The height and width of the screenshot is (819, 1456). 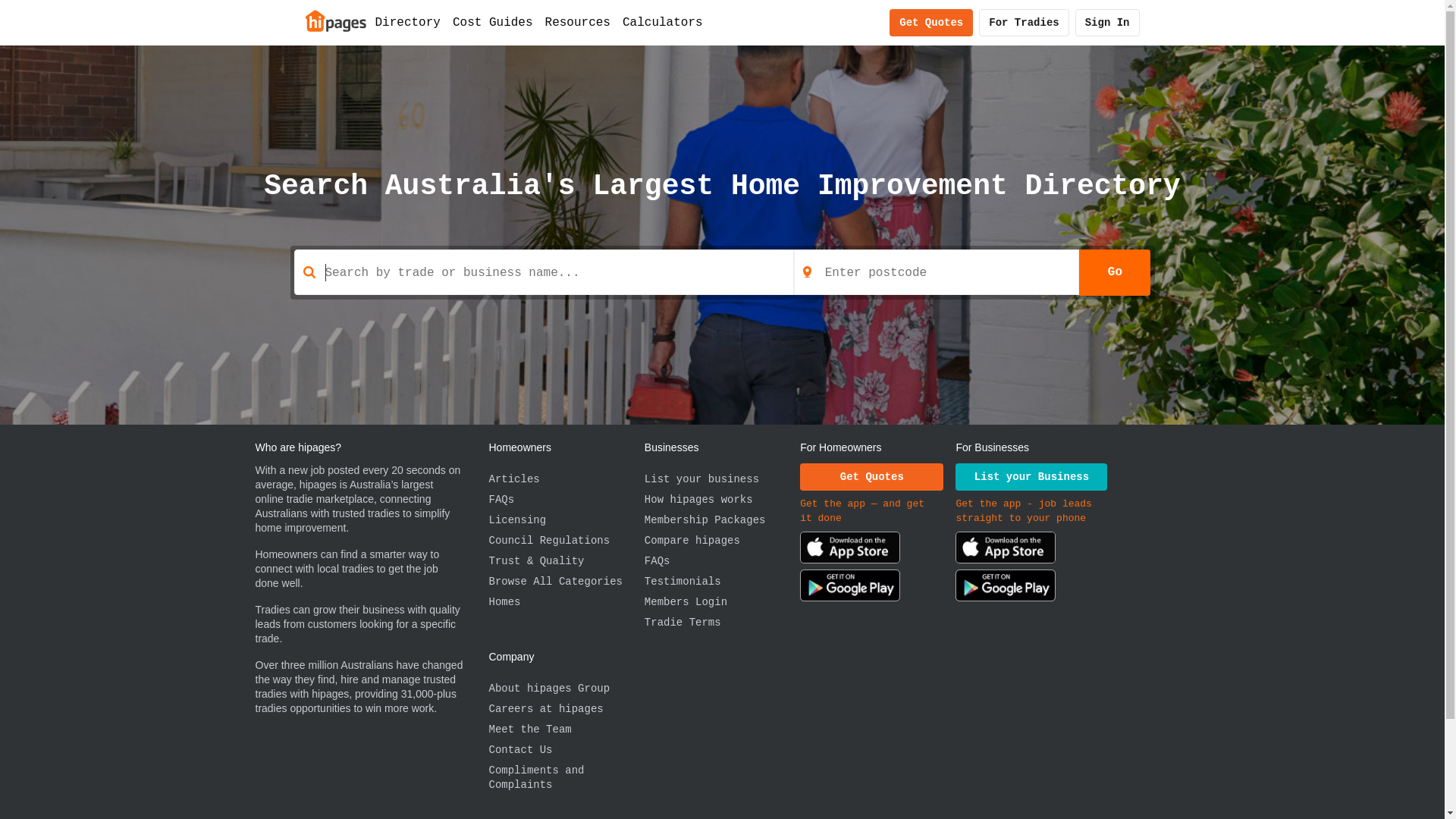 I want to click on 'Membership Packages', so click(x=721, y=519).